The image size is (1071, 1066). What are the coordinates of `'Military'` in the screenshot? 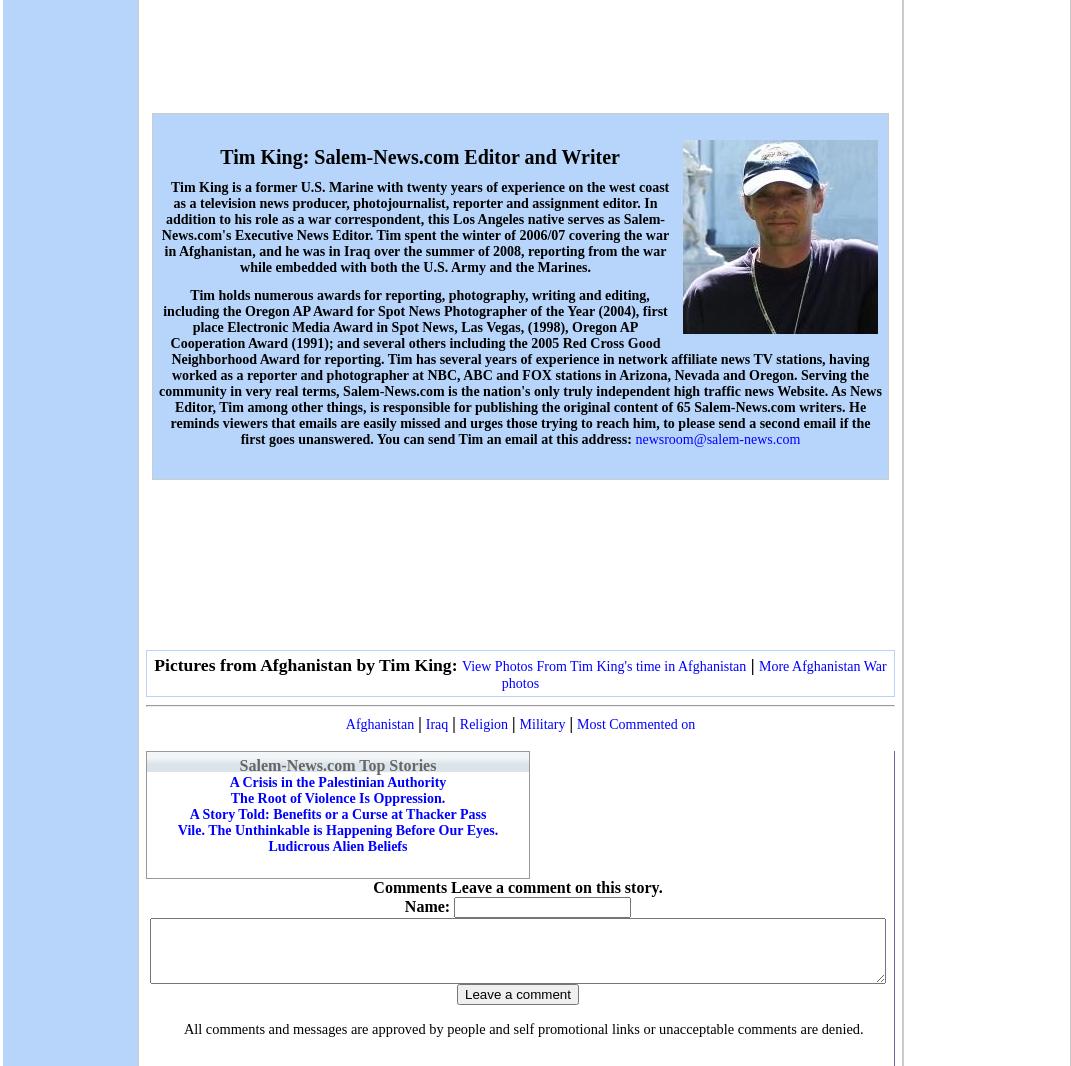 It's located at (542, 722).